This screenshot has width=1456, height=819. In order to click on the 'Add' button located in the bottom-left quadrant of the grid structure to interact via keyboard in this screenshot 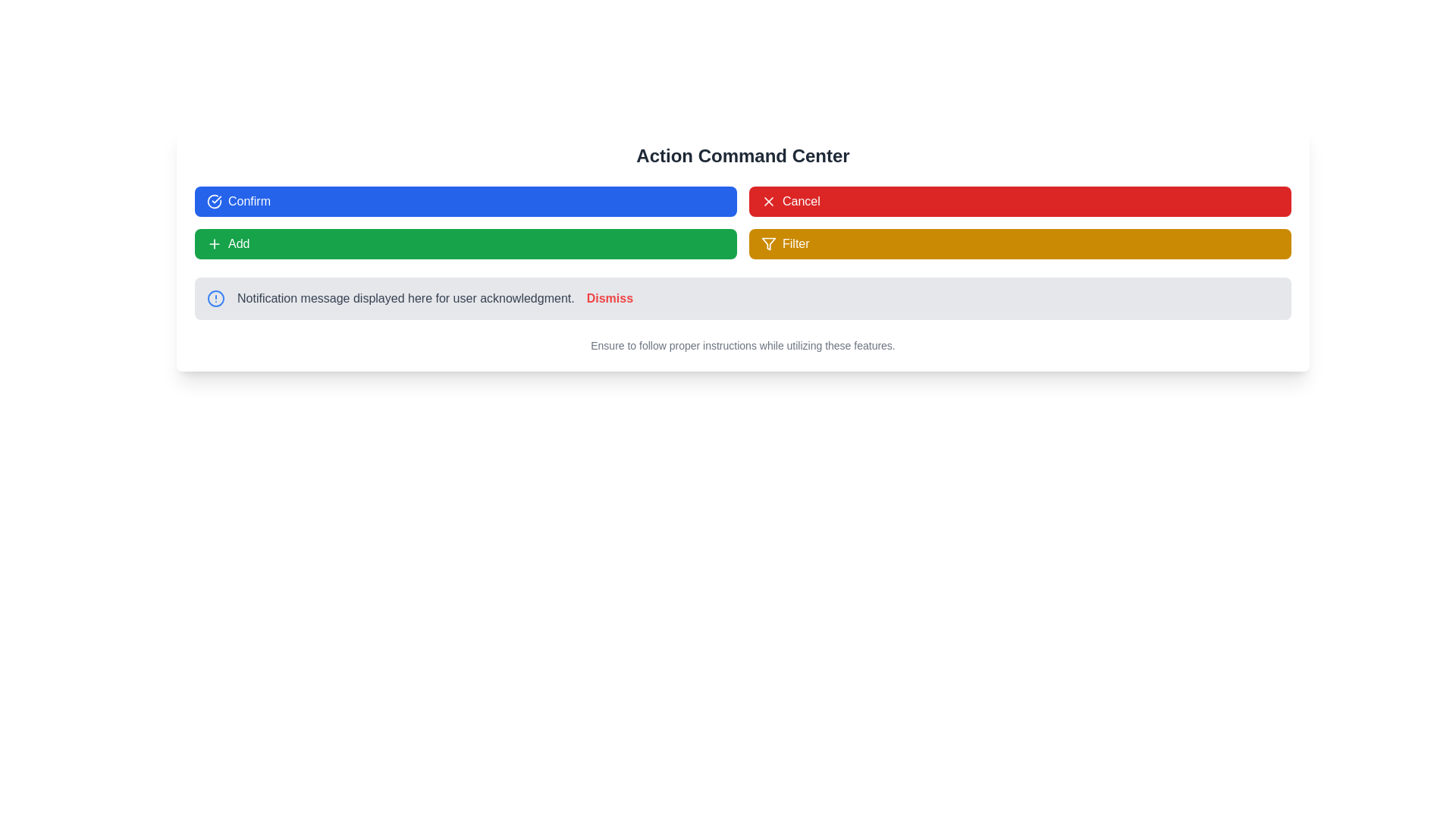, I will do `click(465, 243)`.